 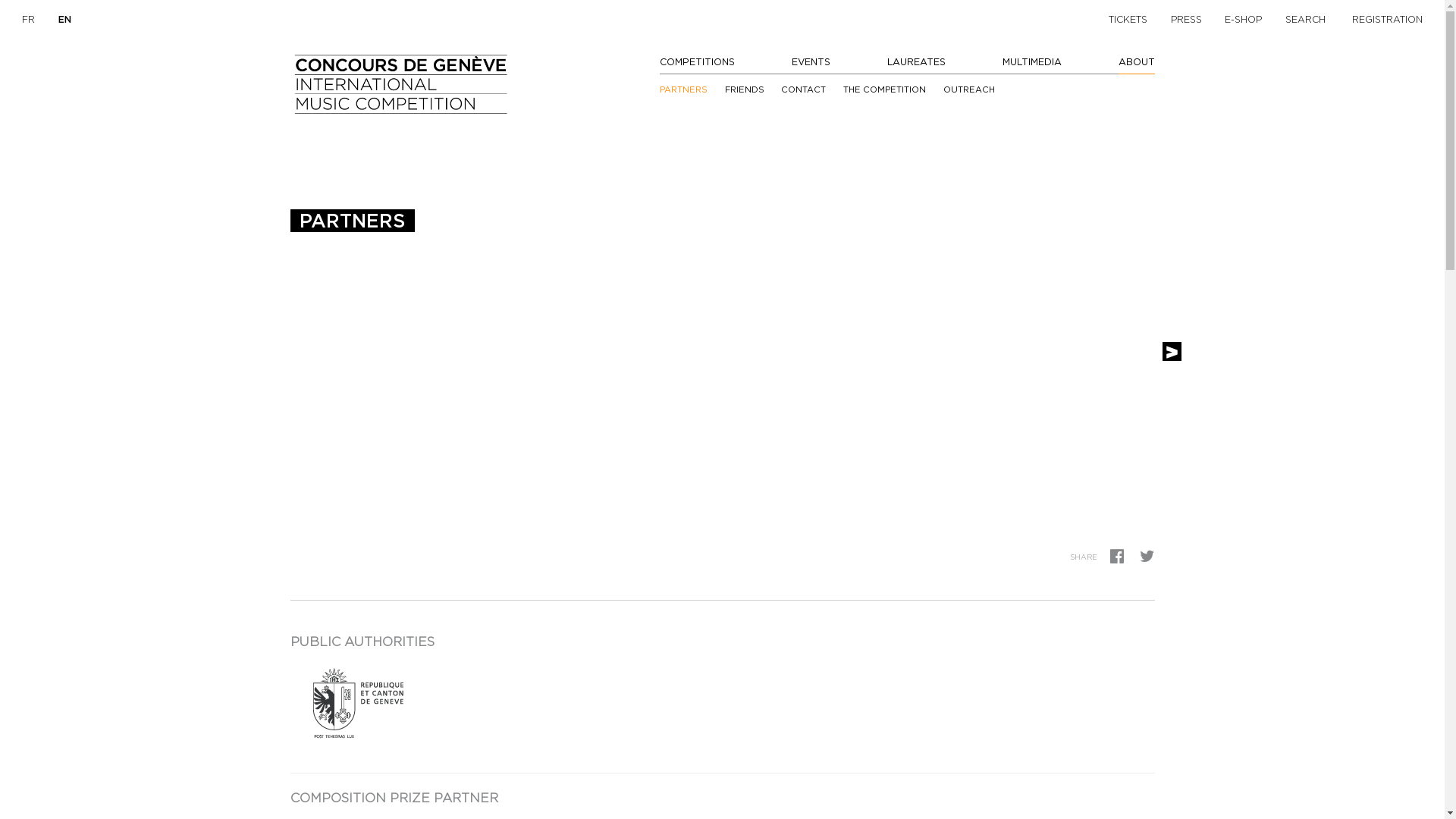 I want to click on 'EVENTS', so click(x=810, y=61).